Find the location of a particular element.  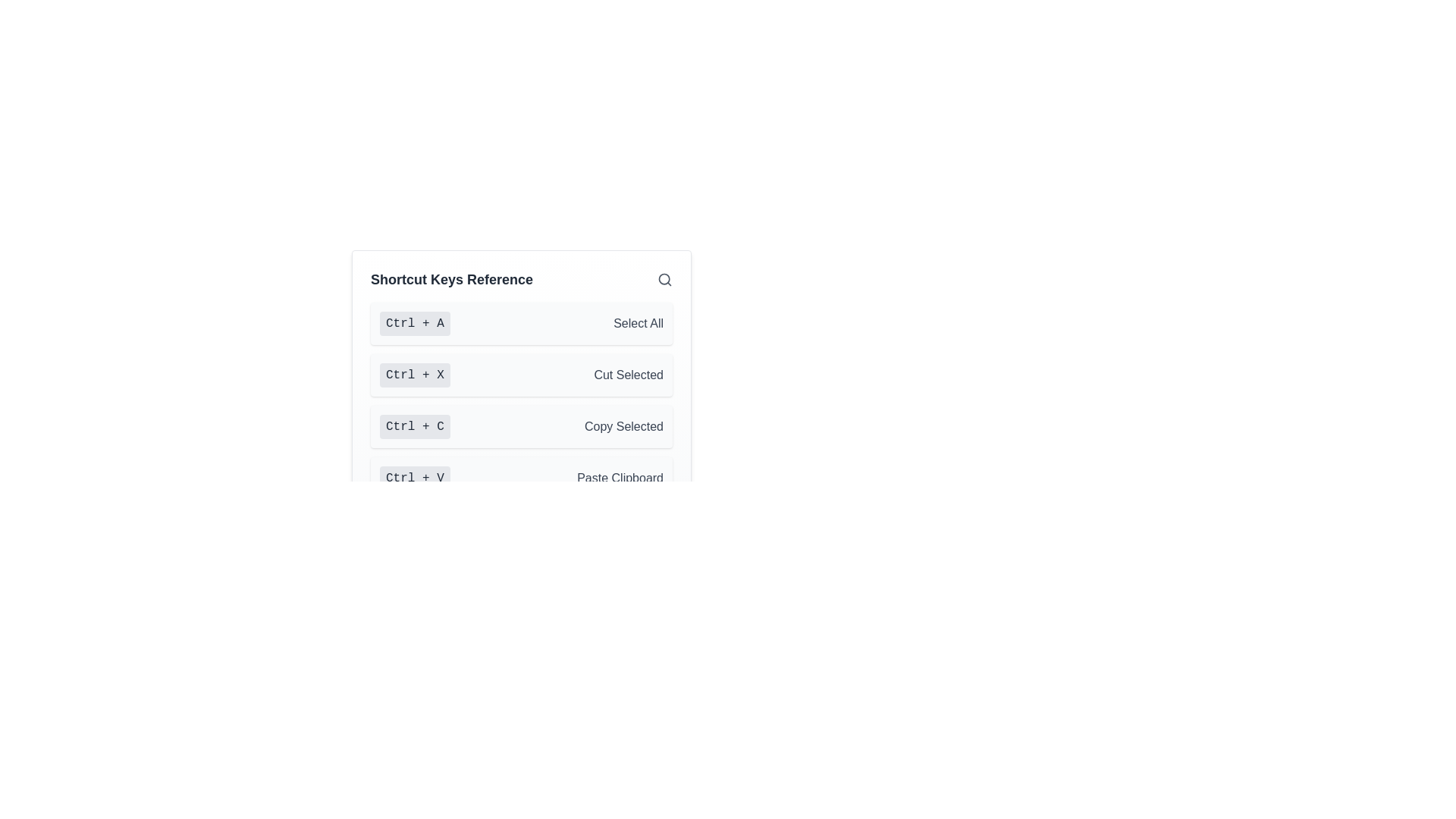

text from the Heading element located at the top of the vertical list layout, which serves as a title or heading for the following content related to shortcut keys is located at coordinates (521, 280).